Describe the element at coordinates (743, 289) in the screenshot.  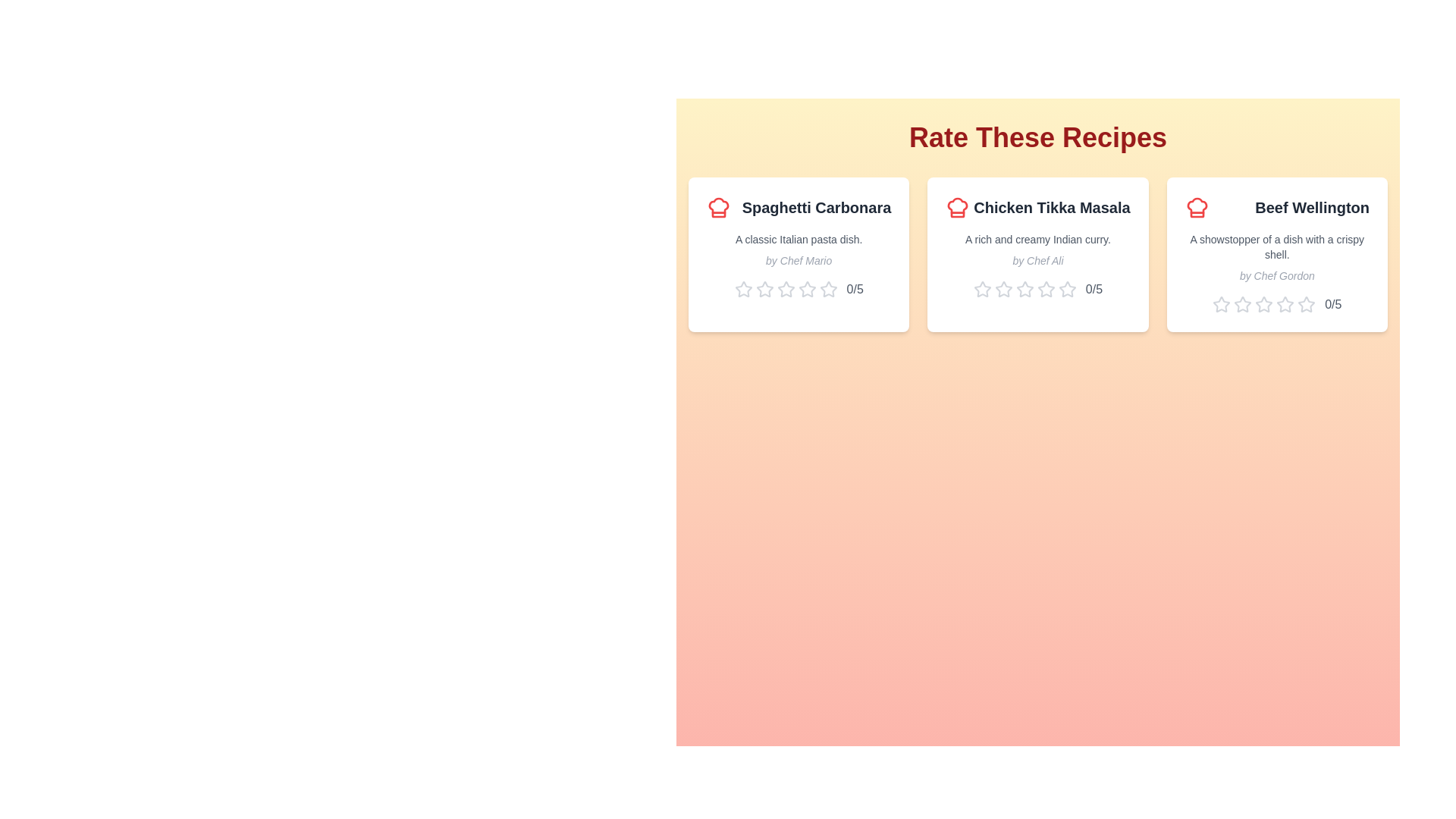
I see `the rating for a recipe to 1 stars` at that location.